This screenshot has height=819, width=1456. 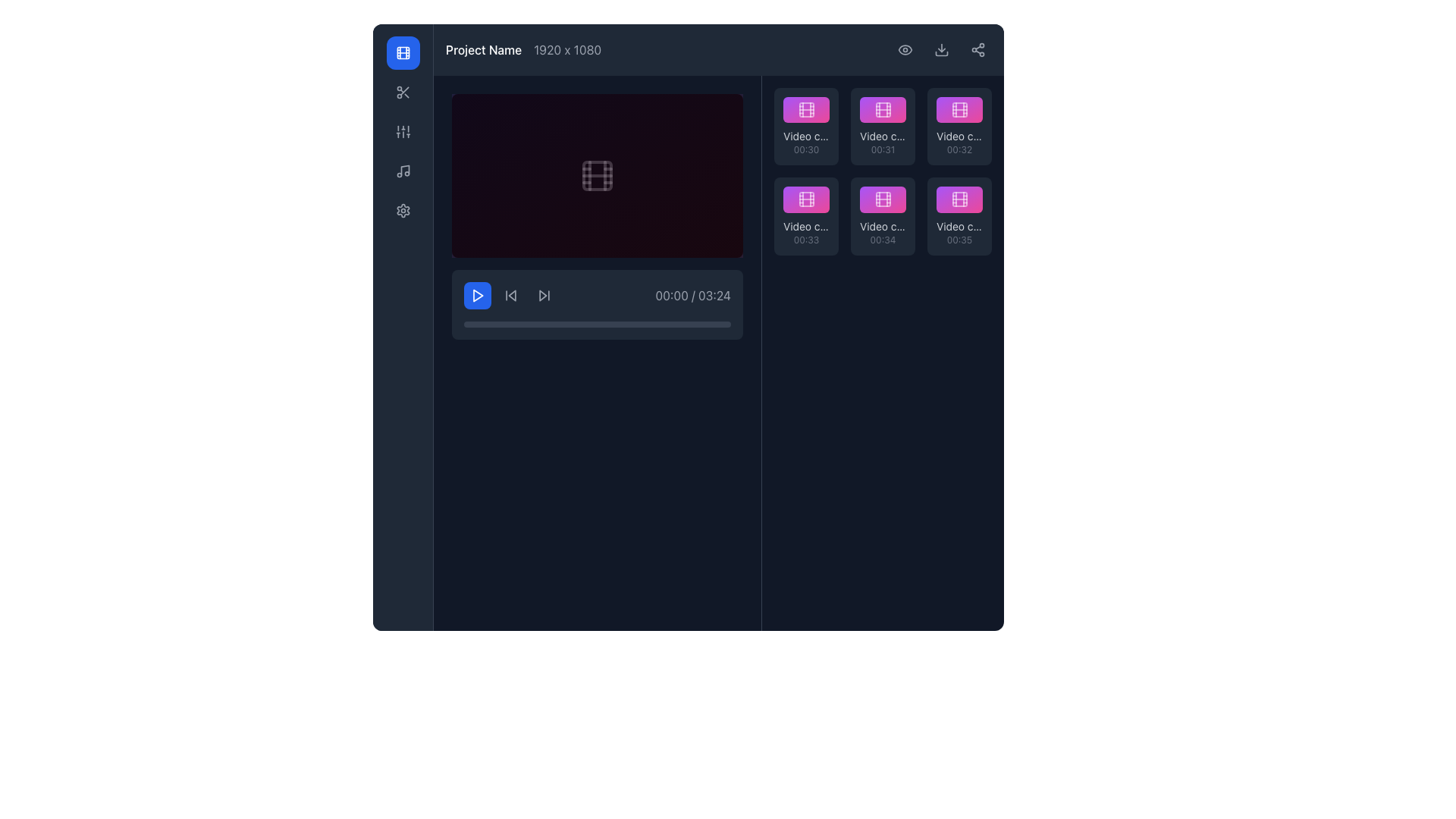 What do you see at coordinates (959, 109) in the screenshot?
I see `the video clip icon in the upper right corner of the grid of icons in the video editing application` at bounding box center [959, 109].